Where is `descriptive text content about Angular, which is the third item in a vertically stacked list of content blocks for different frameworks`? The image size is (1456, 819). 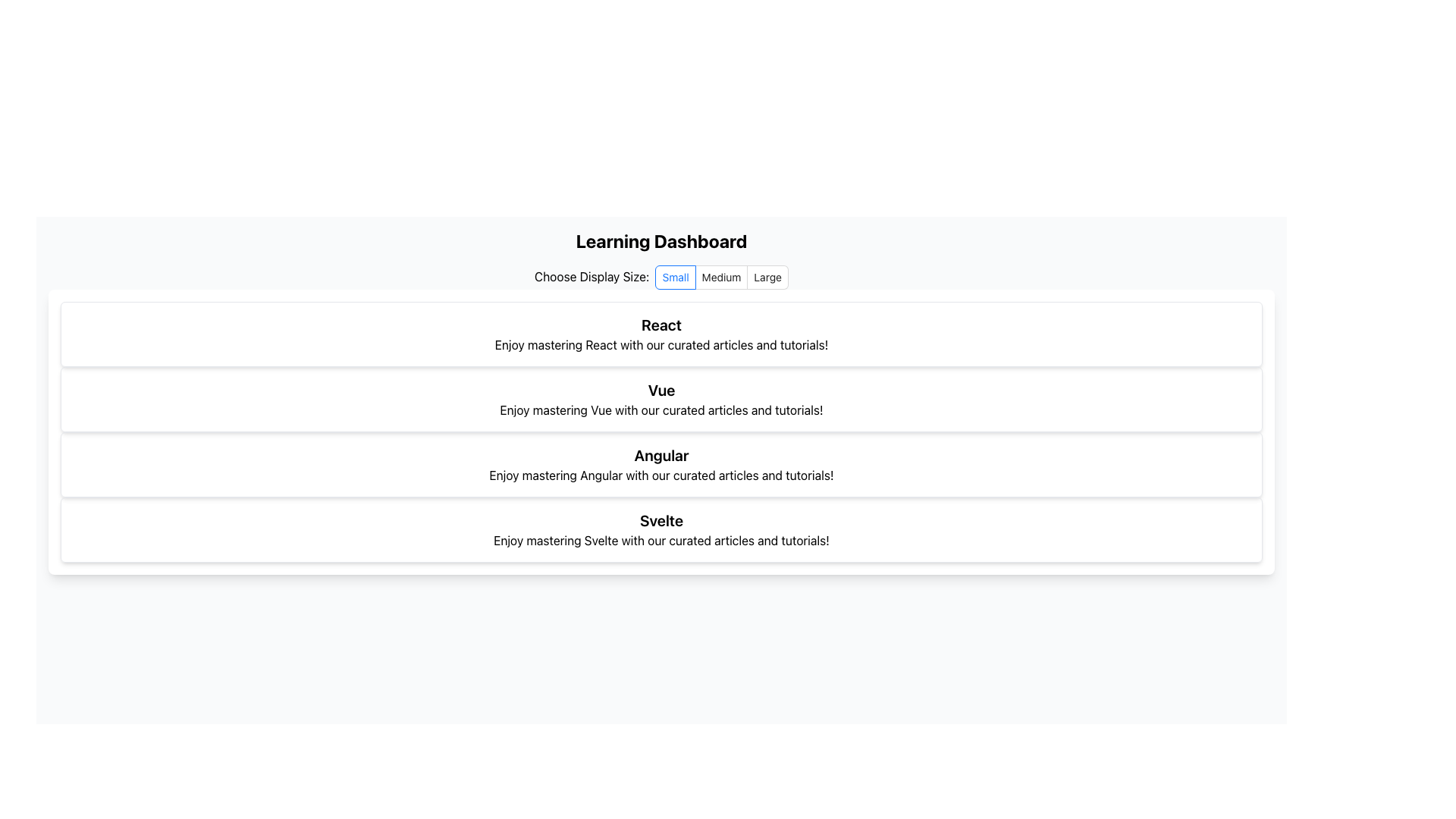 descriptive text content about Angular, which is the third item in a vertically stacked list of content blocks for different frameworks is located at coordinates (661, 475).